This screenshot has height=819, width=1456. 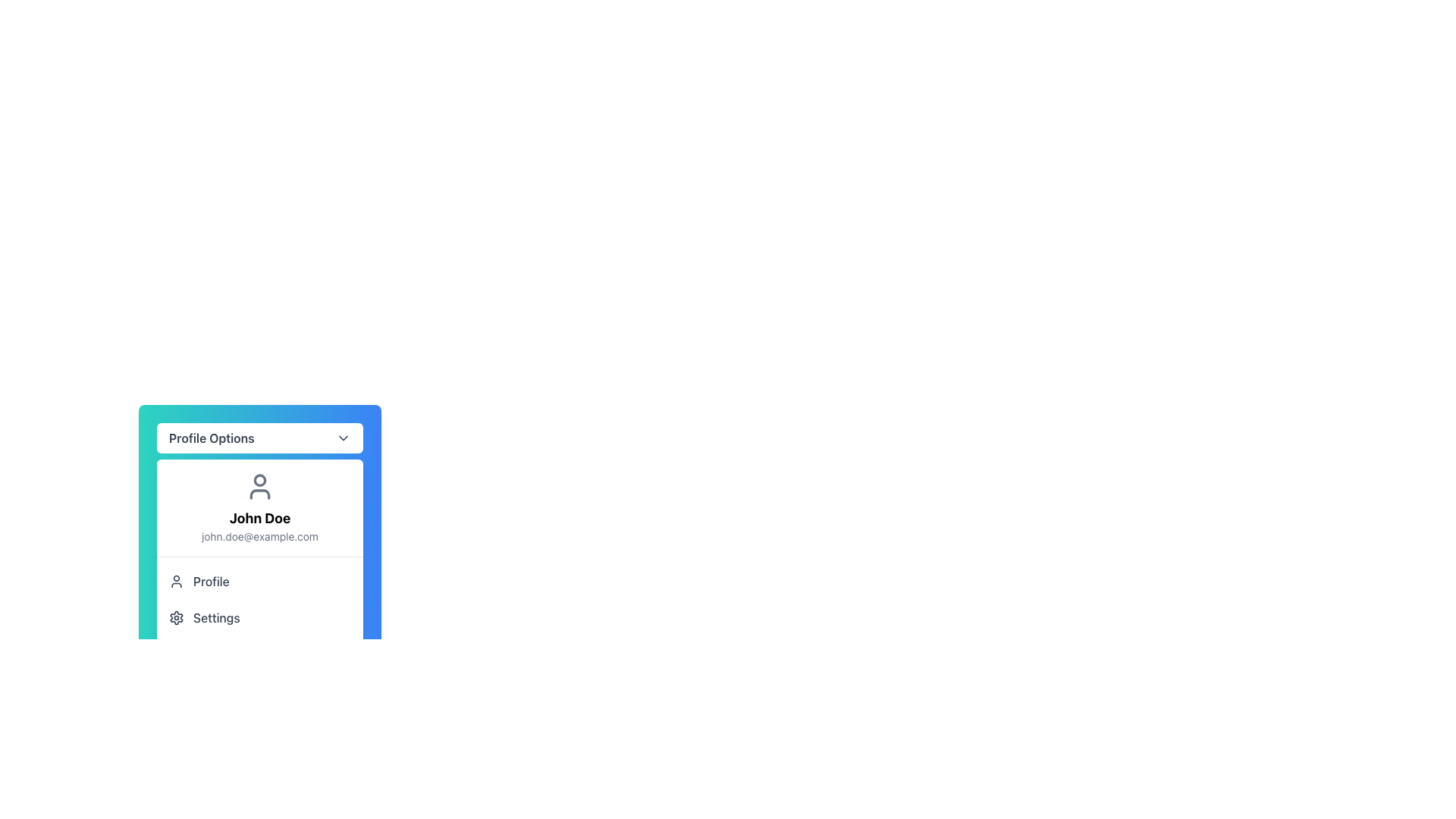 What do you see at coordinates (259, 536) in the screenshot?
I see `text displayed in the email address label located directly beneath 'John Doe' in the dropdown menu` at bounding box center [259, 536].